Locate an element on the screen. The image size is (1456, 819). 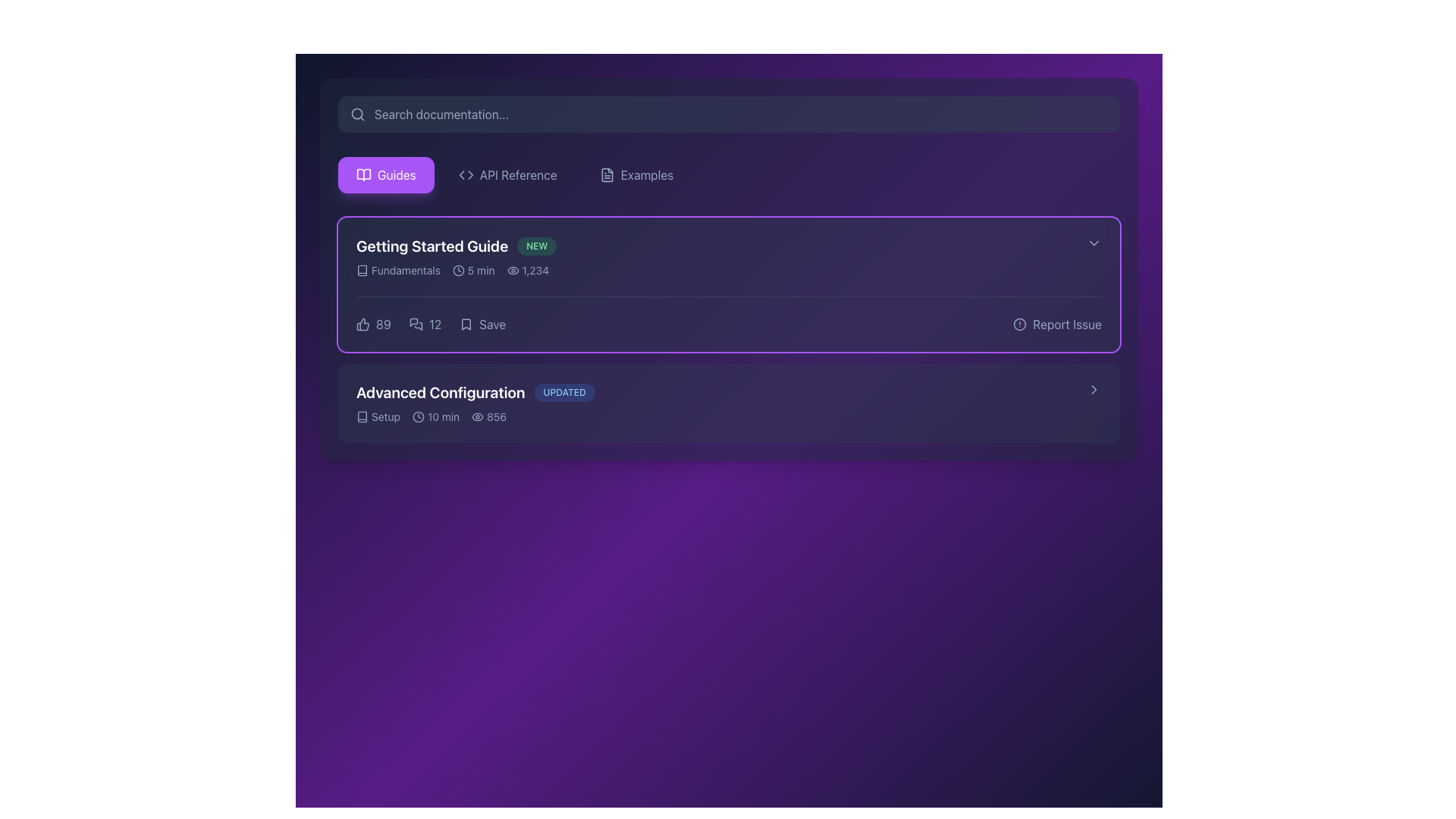
the clickable text label 'Report Issue' located in the bottom-right corner of the 'Getting Started Guide' card to possibly see additional information is located at coordinates (1066, 324).